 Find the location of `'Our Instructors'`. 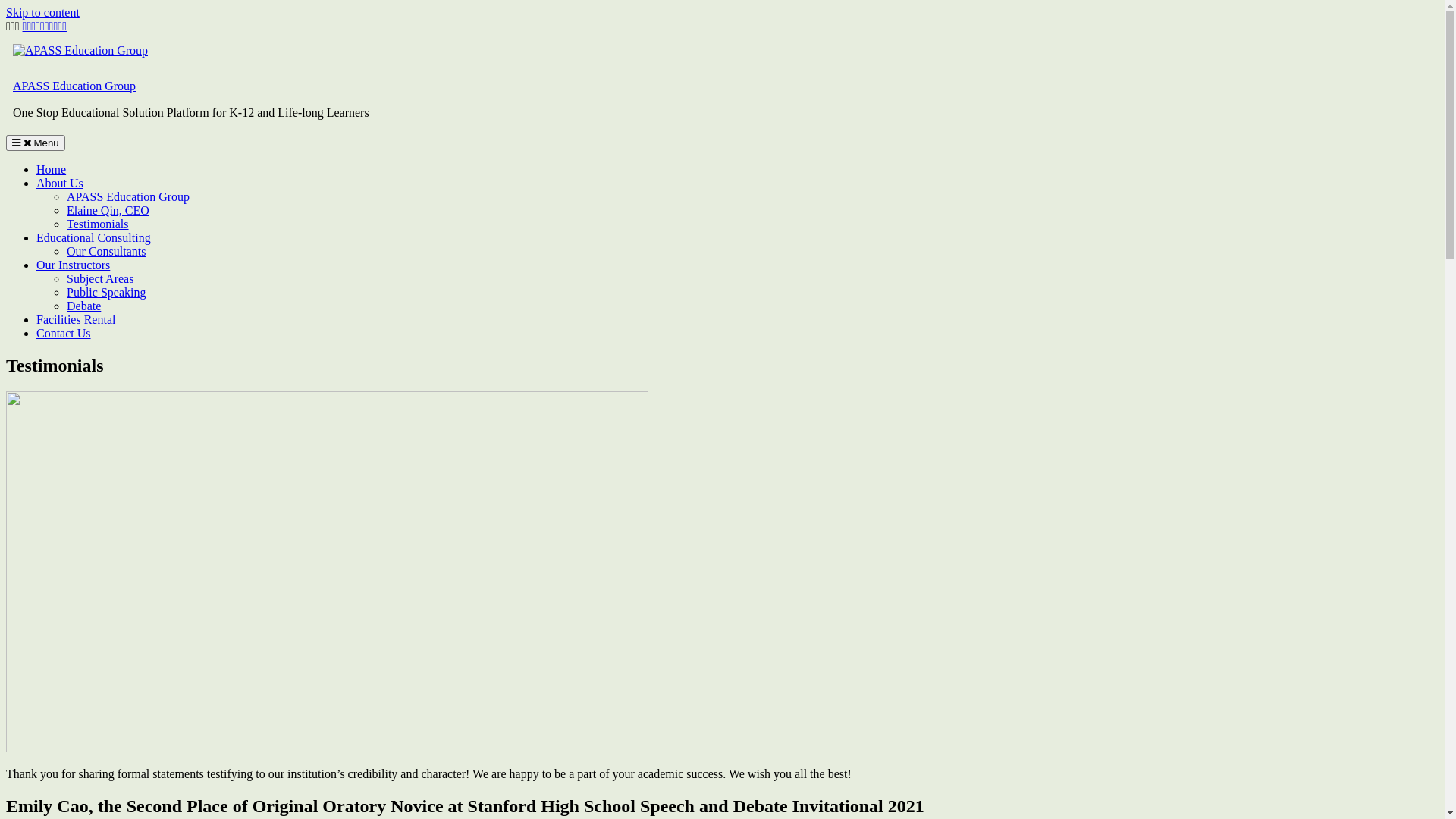

'Our Instructors' is located at coordinates (72, 264).